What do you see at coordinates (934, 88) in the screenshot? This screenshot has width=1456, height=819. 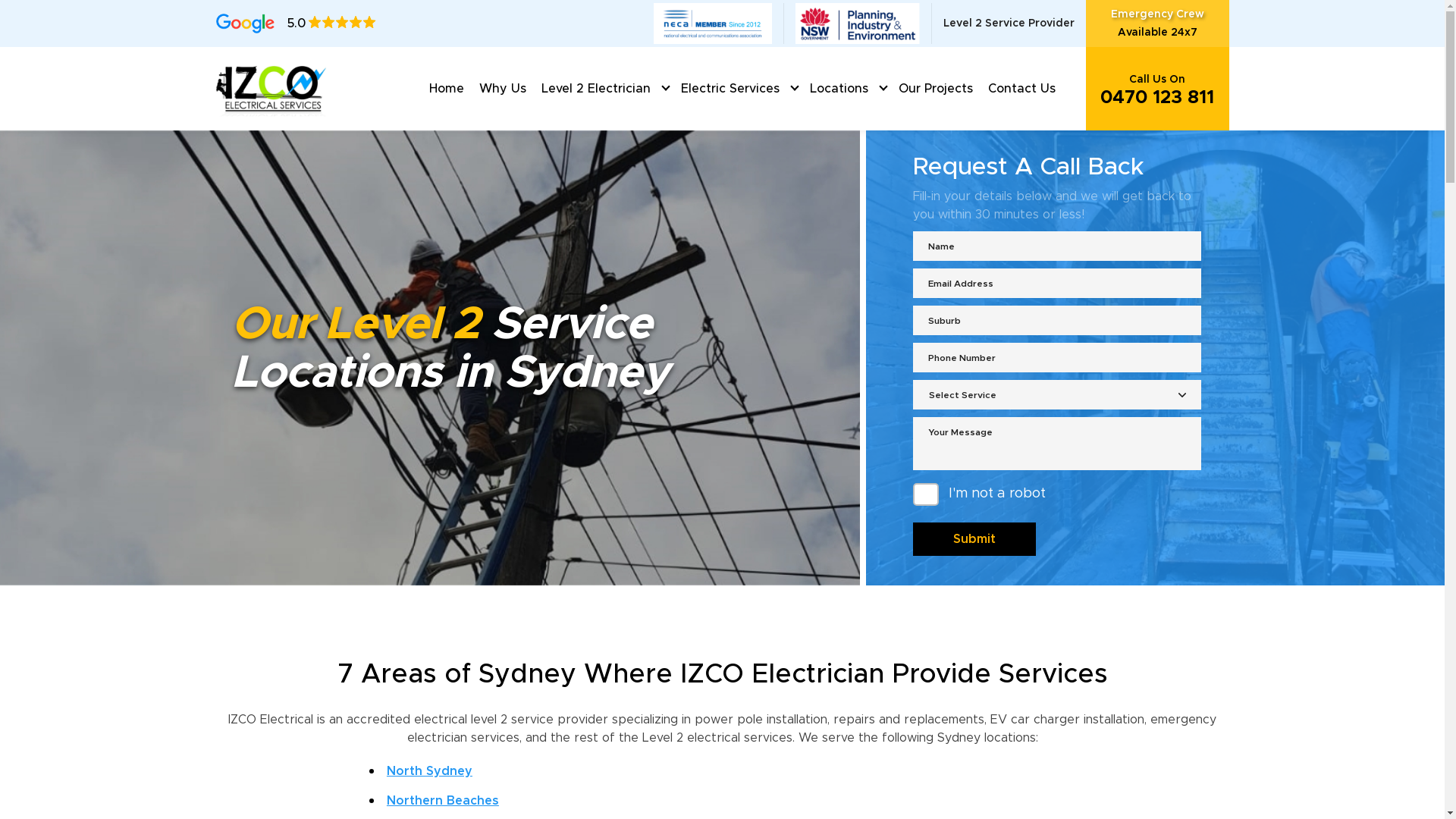 I see `'Our Projects'` at bounding box center [934, 88].